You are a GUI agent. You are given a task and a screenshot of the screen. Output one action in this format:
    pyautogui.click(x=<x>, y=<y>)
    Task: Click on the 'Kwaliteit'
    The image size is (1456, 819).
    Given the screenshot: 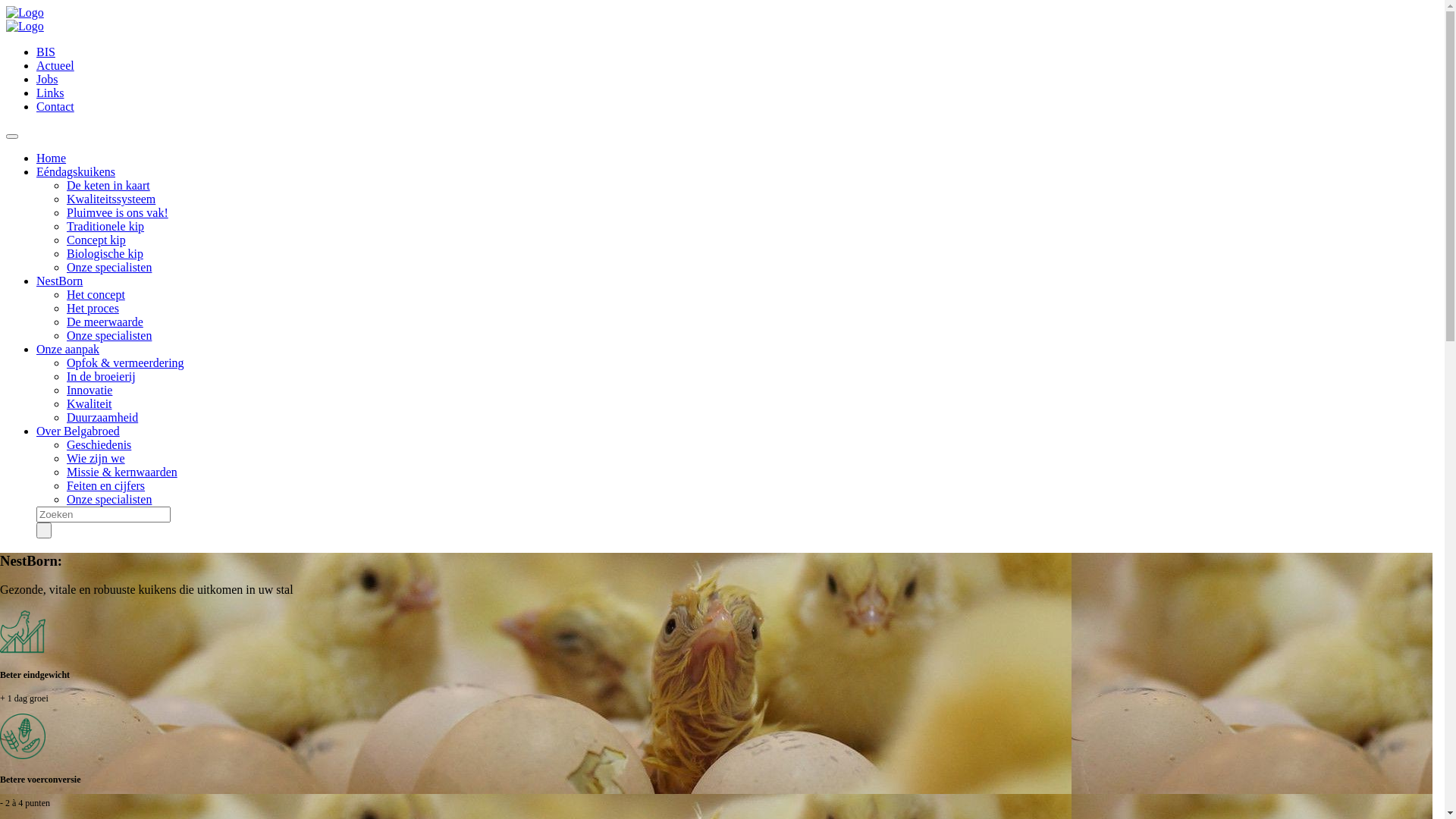 What is the action you would take?
    pyautogui.click(x=89, y=403)
    